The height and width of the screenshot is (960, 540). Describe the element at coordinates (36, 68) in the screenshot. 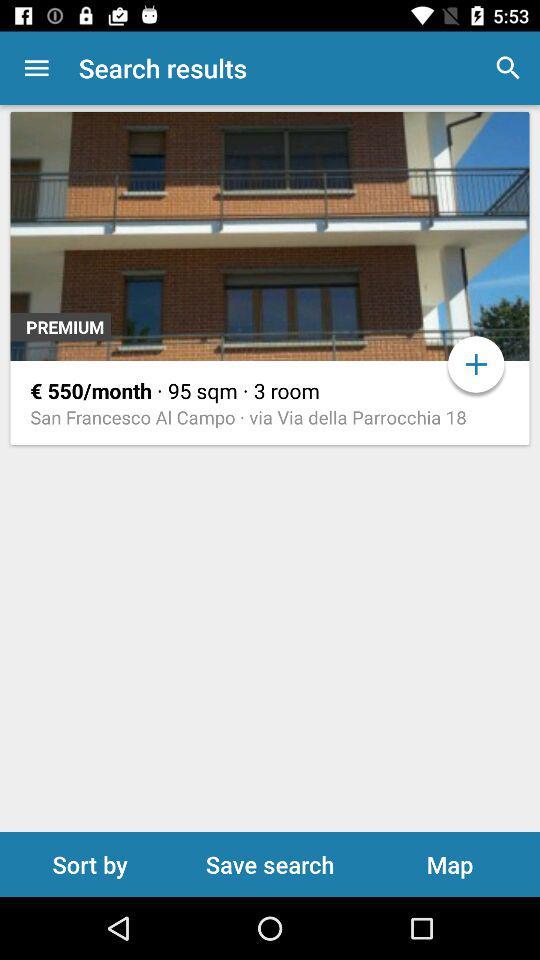

I see `icon to the left of search results app` at that location.